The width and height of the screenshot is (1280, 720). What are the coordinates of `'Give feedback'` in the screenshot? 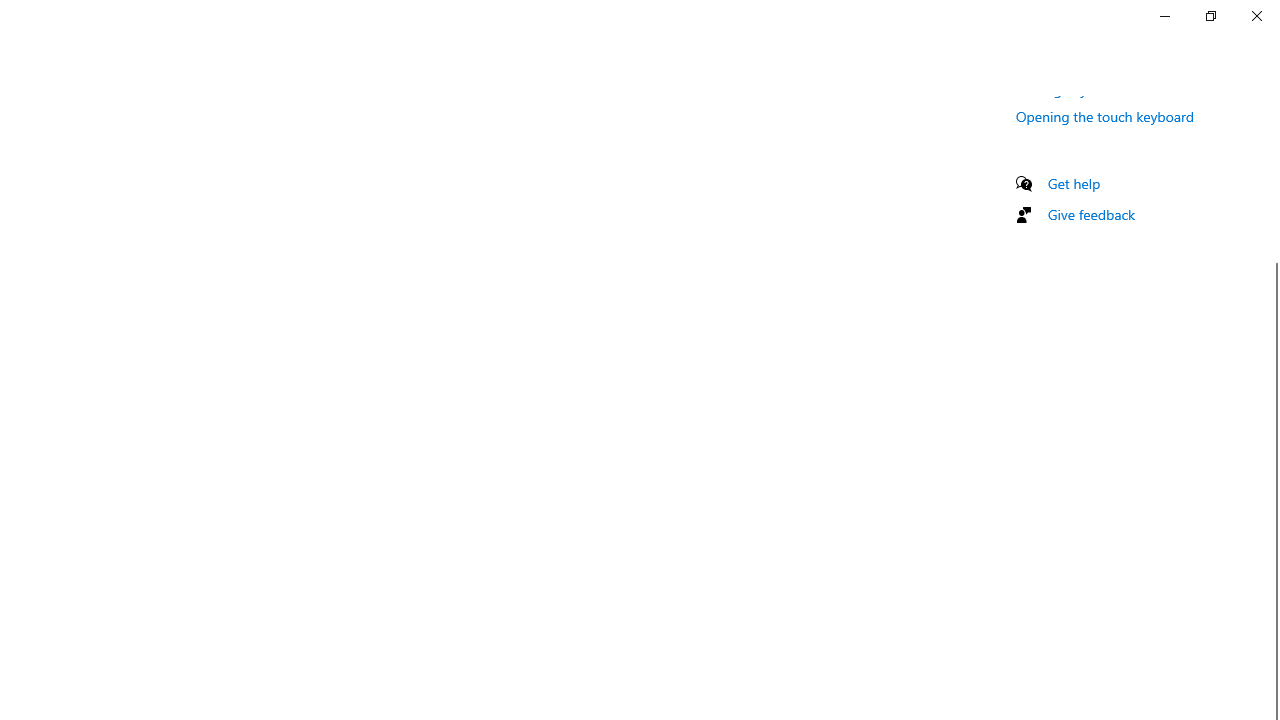 It's located at (1090, 214).